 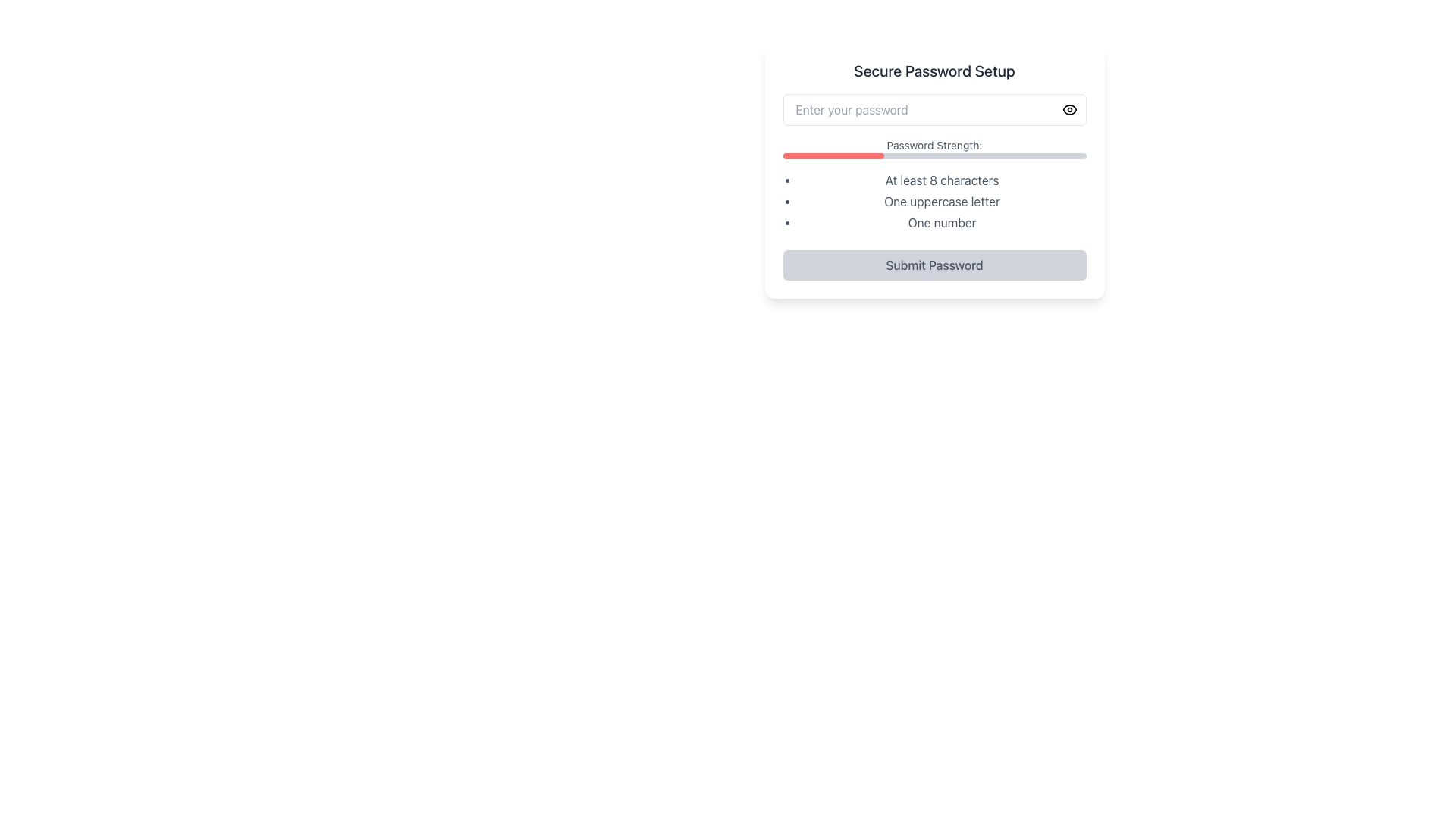 What do you see at coordinates (941, 222) in the screenshot?
I see `the text display element that shows 'One number', which is the third item in the vertical list of password requirements` at bounding box center [941, 222].